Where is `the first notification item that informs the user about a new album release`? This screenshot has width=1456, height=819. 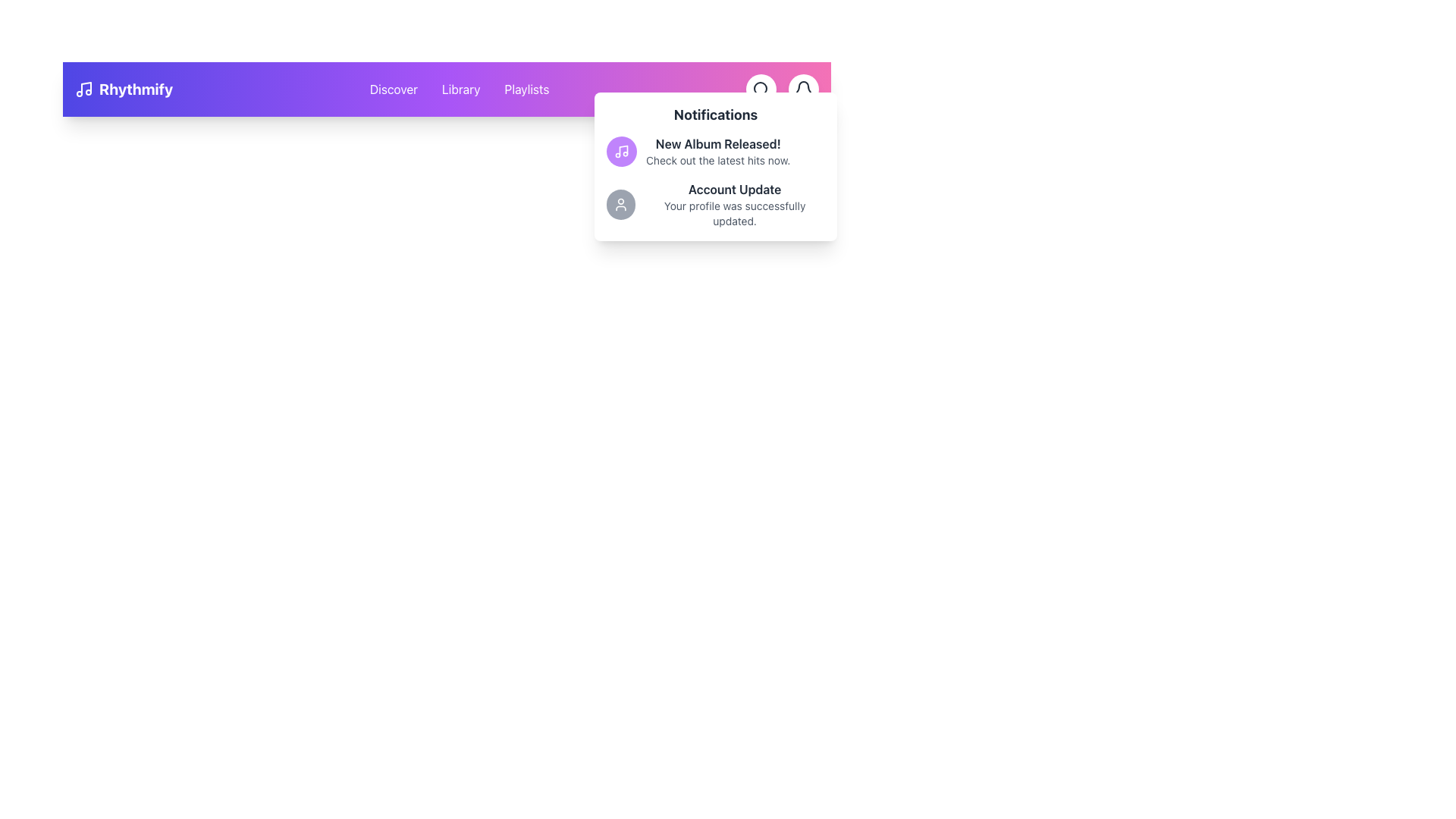
the first notification item that informs the user about a new album release is located at coordinates (715, 152).